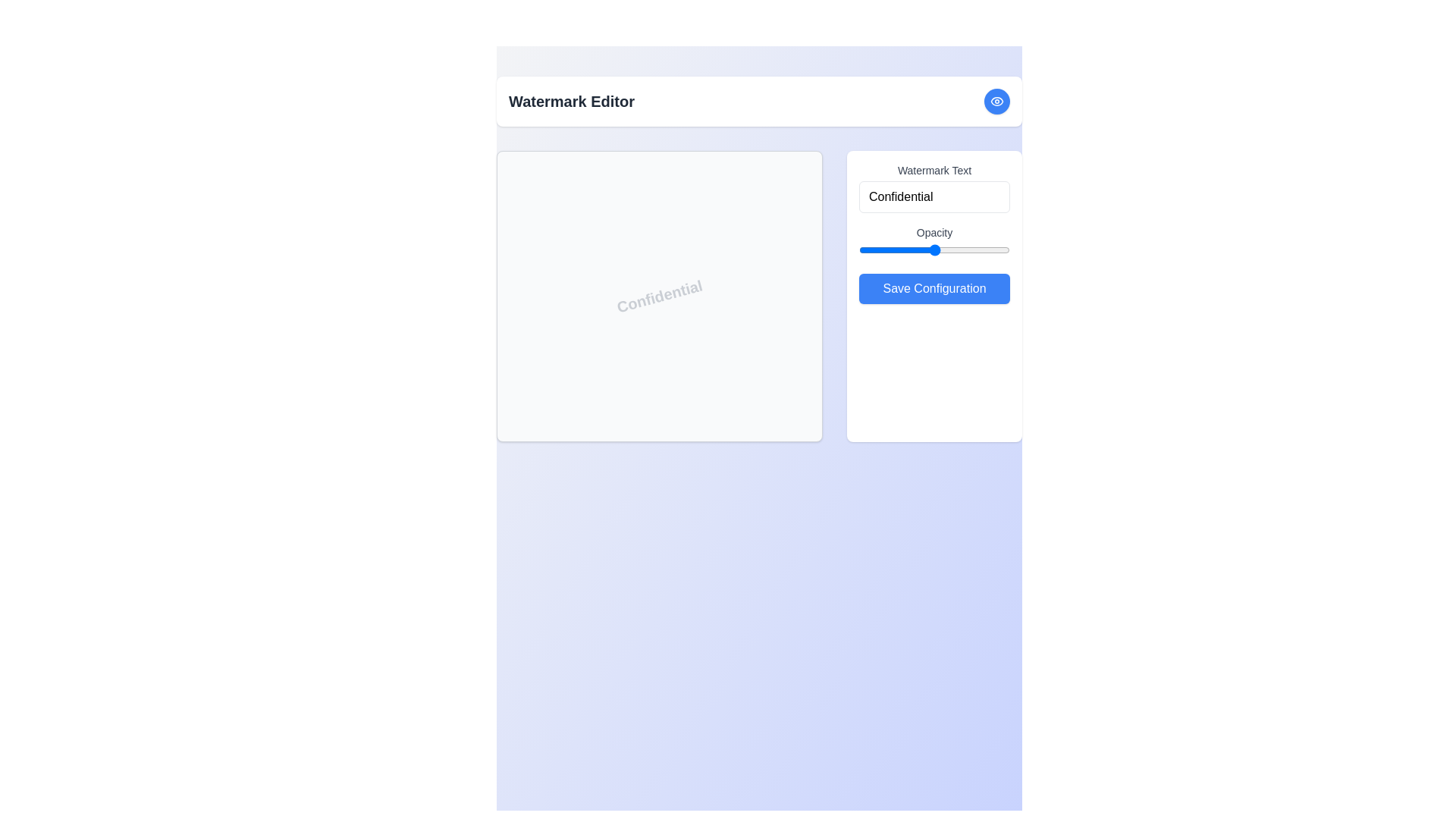  What do you see at coordinates (934, 289) in the screenshot?
I see `the 'Save Configuration' button located at the bottom of the right-side panel beneath the 'Watermark Text' section` at bounding box center [934, 289].